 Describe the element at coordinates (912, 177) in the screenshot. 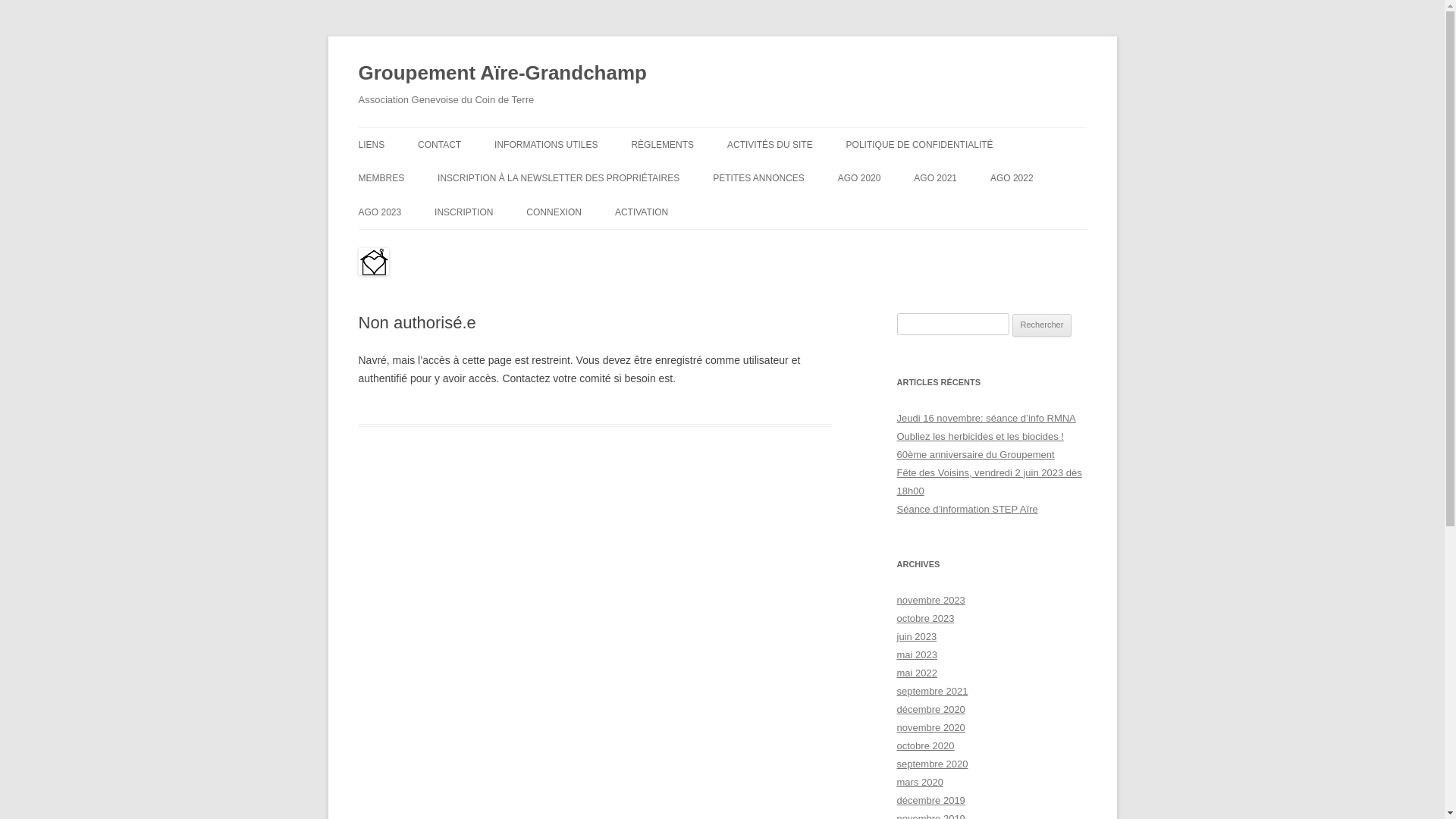

I see `'AGO 2021'` at that location.